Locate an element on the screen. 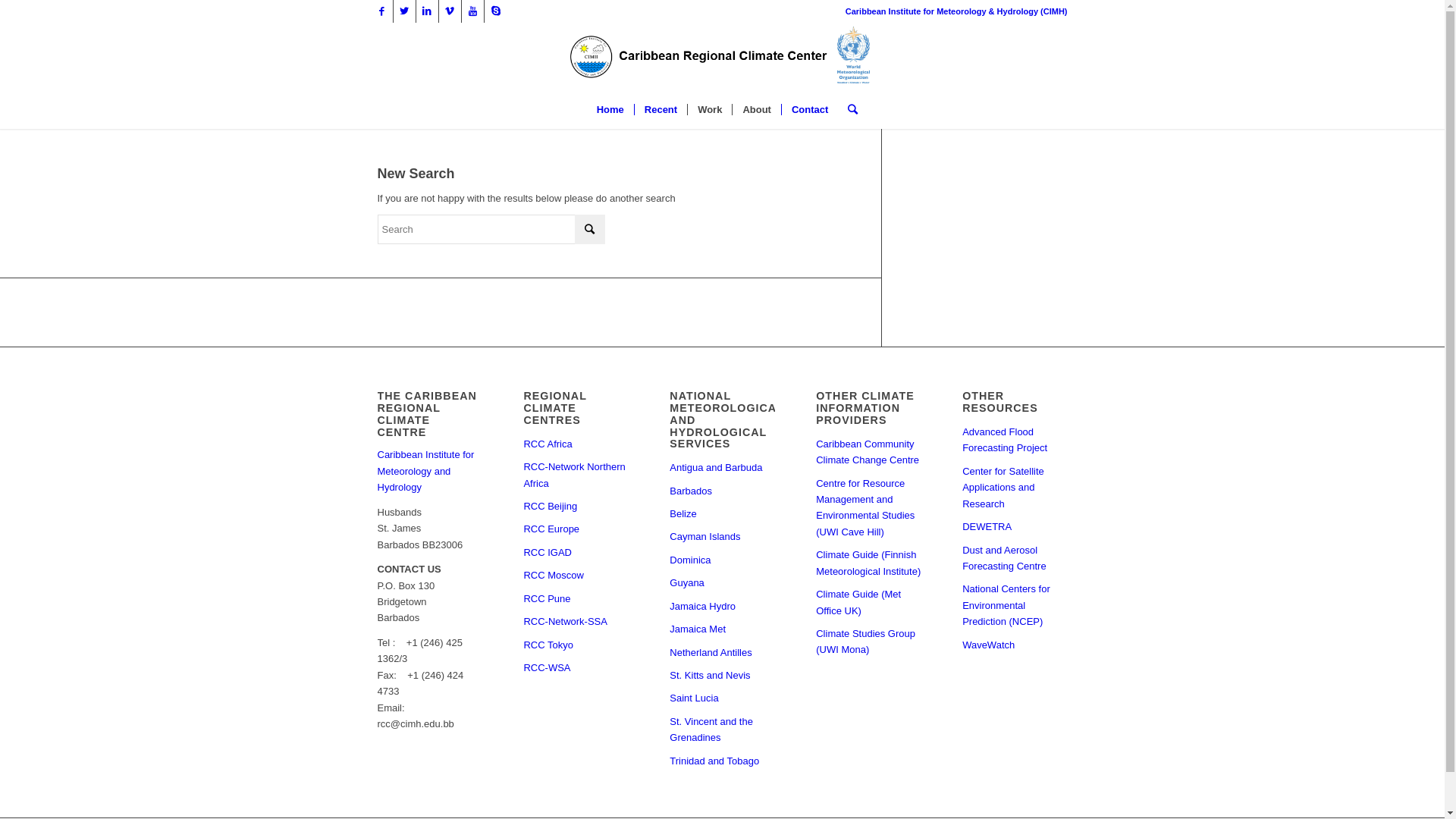 The image size is (1456, 819). 'Twitter' is located at coordinates (403, 11).